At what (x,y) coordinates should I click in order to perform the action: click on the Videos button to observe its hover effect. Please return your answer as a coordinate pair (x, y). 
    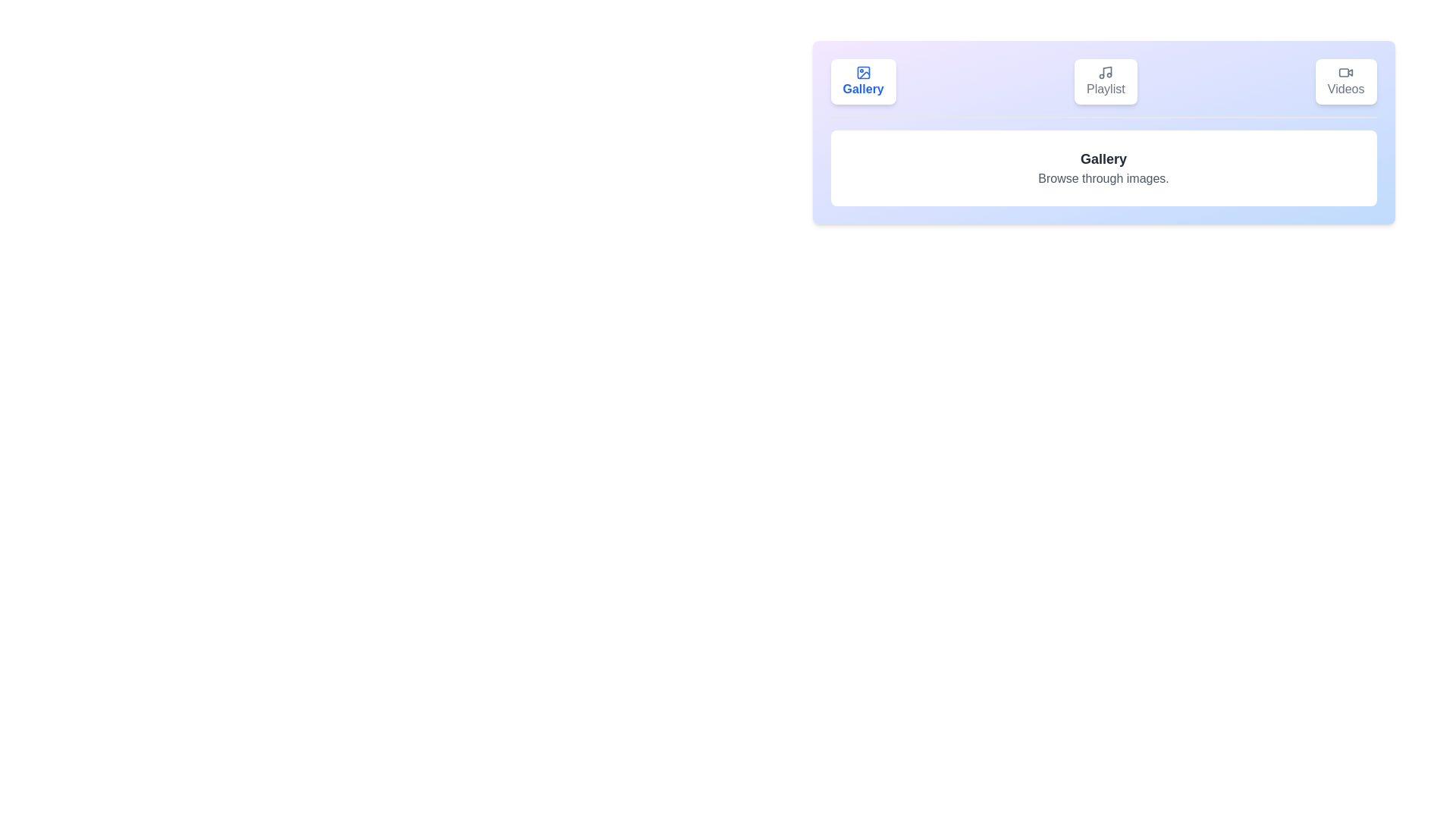
    Looking at the image, I should click on (1346, 82).